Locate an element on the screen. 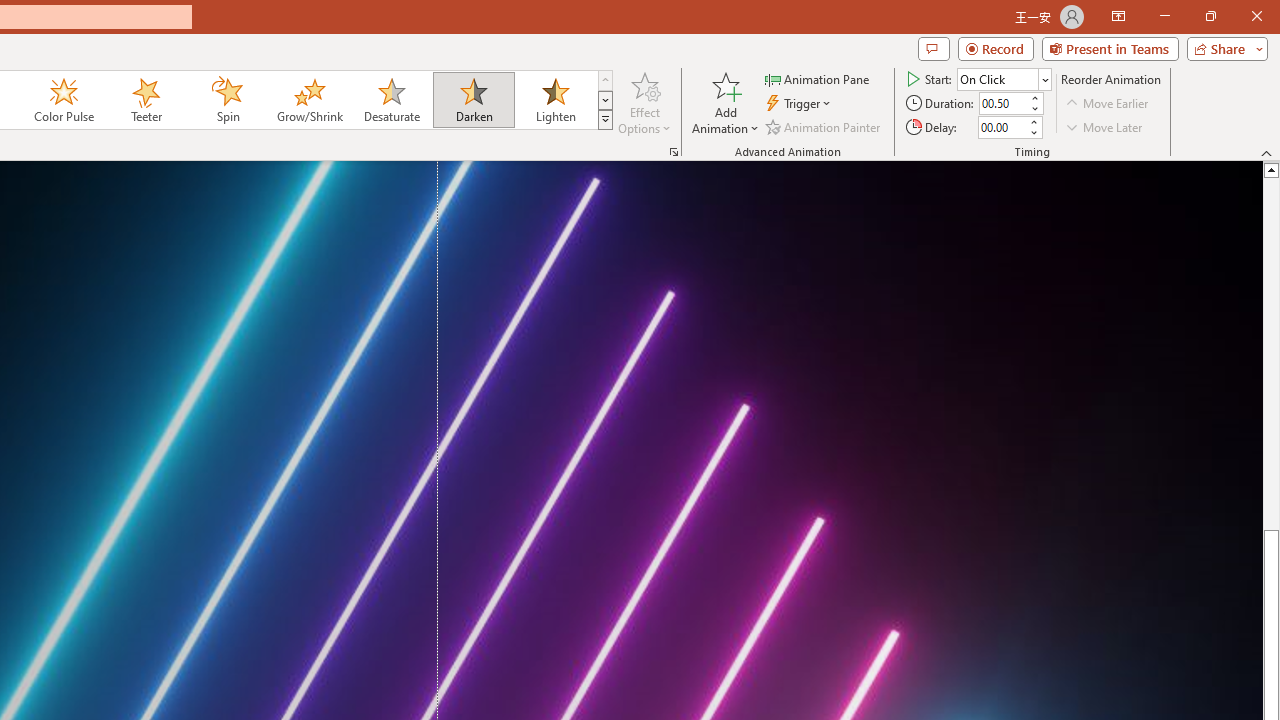  'Animation Pane' is located at coordinates (818, 78).